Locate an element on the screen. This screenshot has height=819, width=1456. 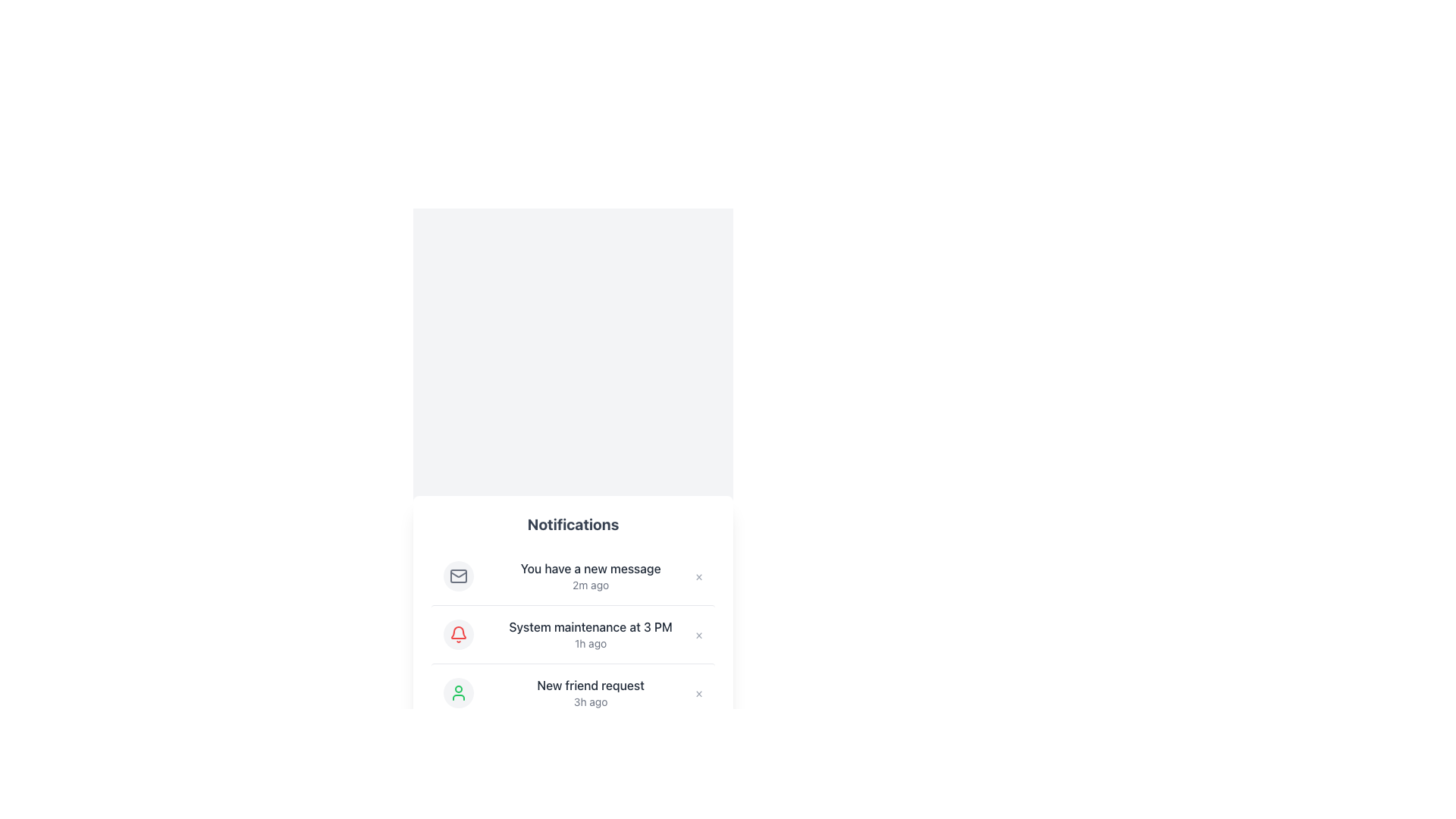
the static text that indicates 'New friend request' in the third notification card, which is styled with a gray font color and medium font weight is located at coordinates (590, 685).